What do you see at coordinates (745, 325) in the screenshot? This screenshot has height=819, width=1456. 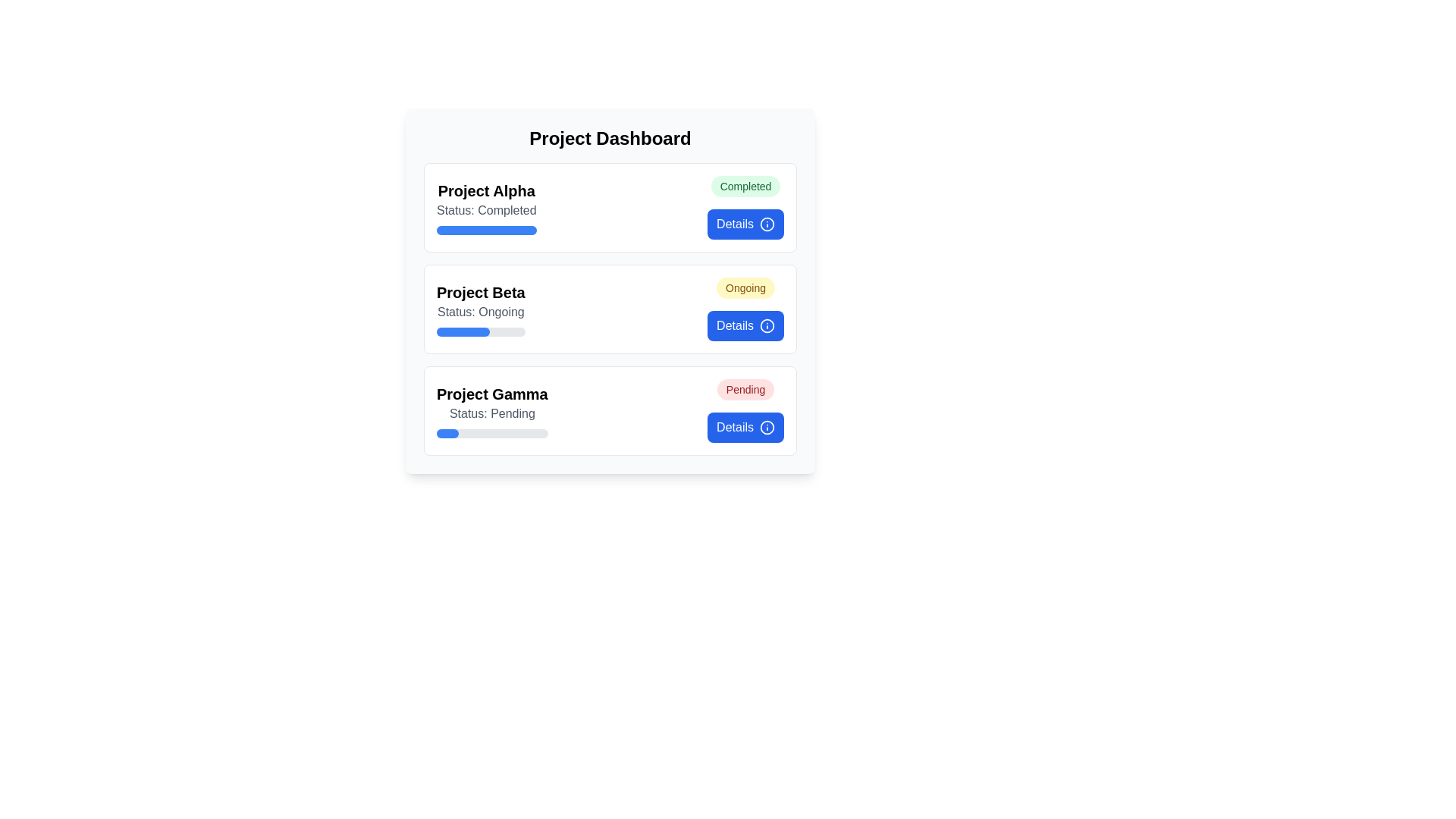 I see `the blue rectangular button labeled 'Details' to observe its hover effects, which darken its background` at bounding box center [745, 325].